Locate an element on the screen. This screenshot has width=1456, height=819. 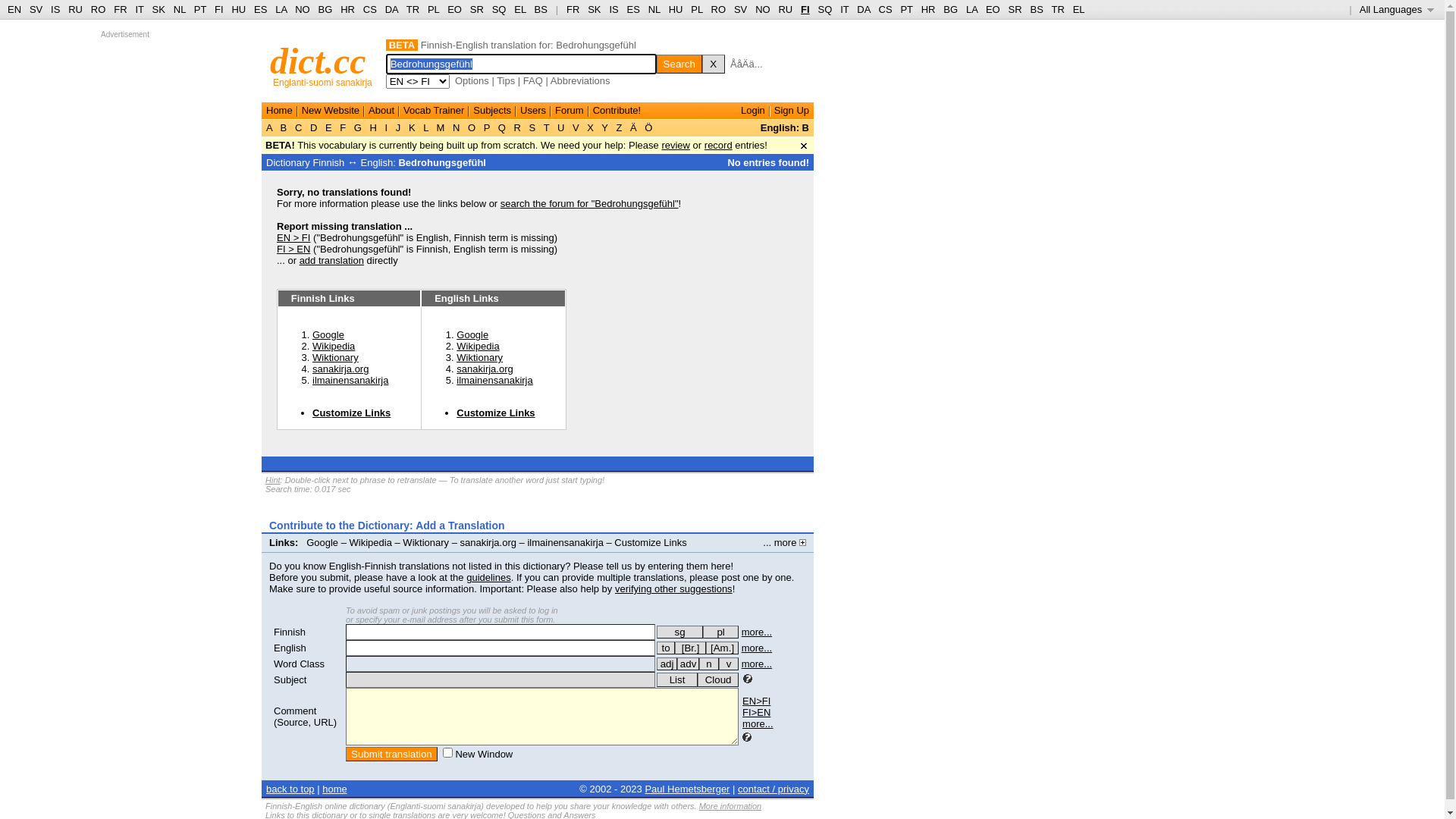
'IS' is located at coordinates (613, 9).